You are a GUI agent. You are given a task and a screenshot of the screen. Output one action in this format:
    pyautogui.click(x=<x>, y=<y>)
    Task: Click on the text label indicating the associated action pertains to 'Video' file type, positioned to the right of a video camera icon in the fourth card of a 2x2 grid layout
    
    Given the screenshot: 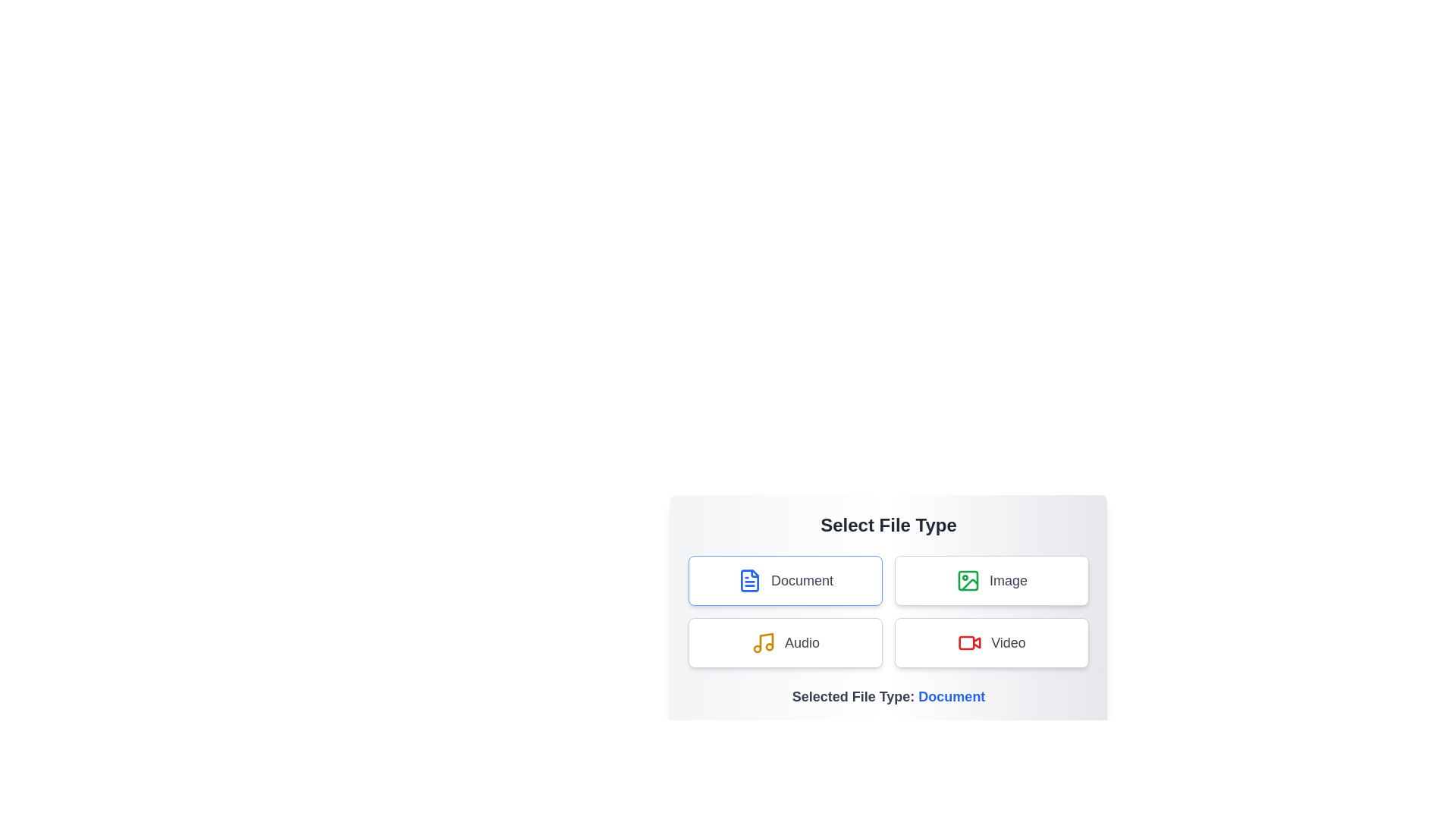 What is the action you would take?
    pyautogui.click(x=1008, y=643)
    